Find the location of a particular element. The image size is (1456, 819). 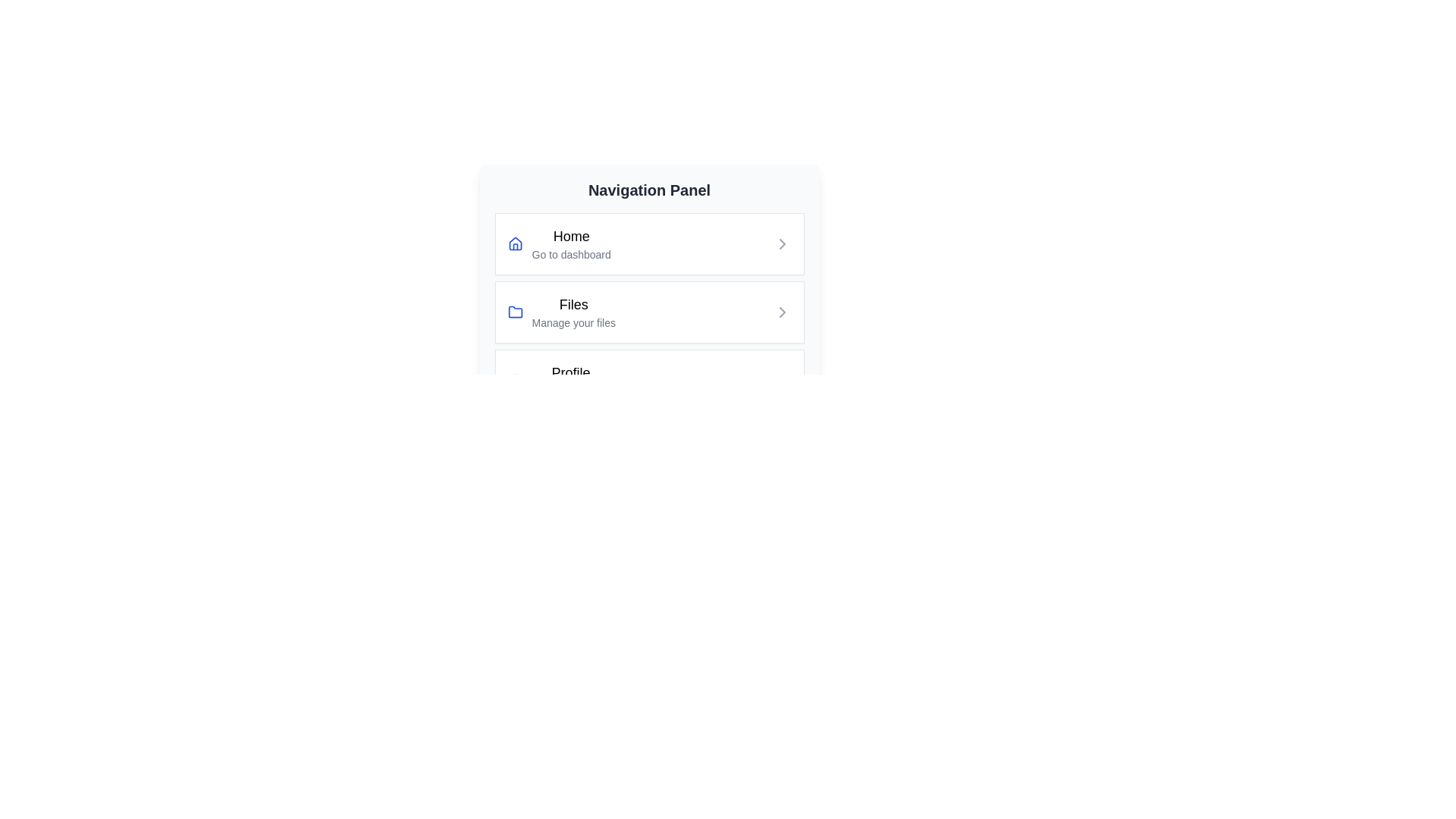

the card-based navigation menu located at the top left section of the page is located at coordinates (649, 329).